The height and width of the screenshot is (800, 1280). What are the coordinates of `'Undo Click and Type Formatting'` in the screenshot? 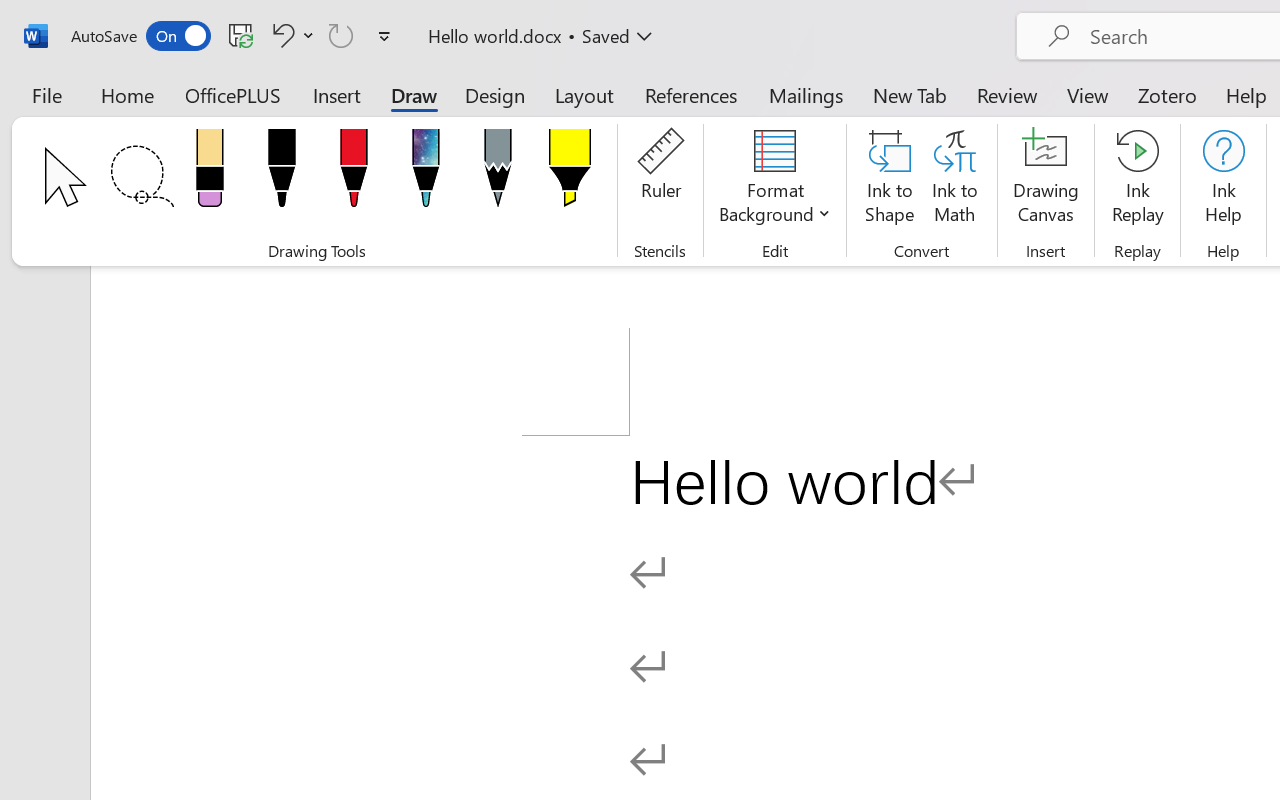 It's located at (279, 34).